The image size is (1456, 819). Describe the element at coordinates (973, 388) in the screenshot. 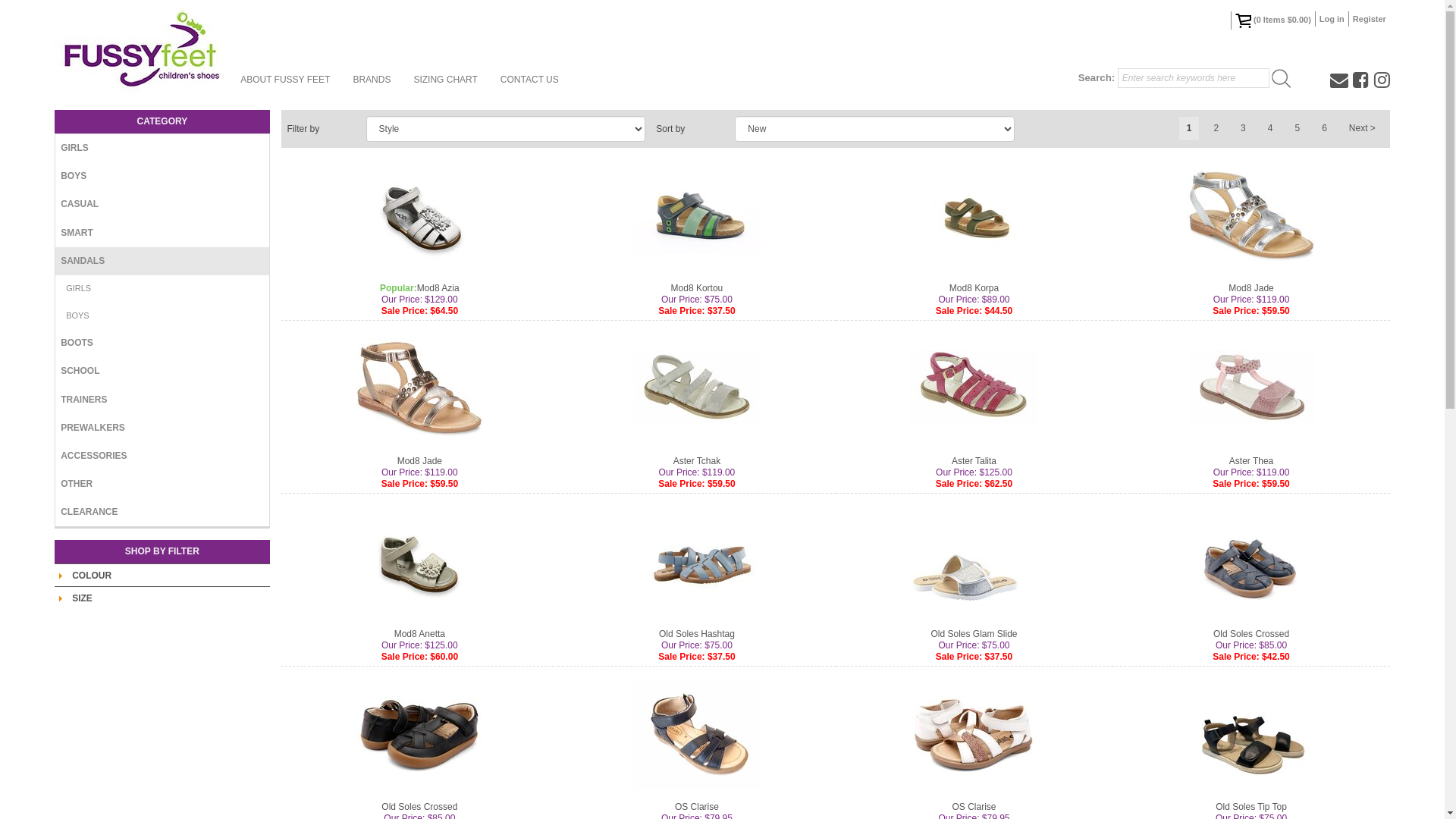

I see `'Aster Talita-sandals-Fussy Feet - Childrens Shoes'` at that location.